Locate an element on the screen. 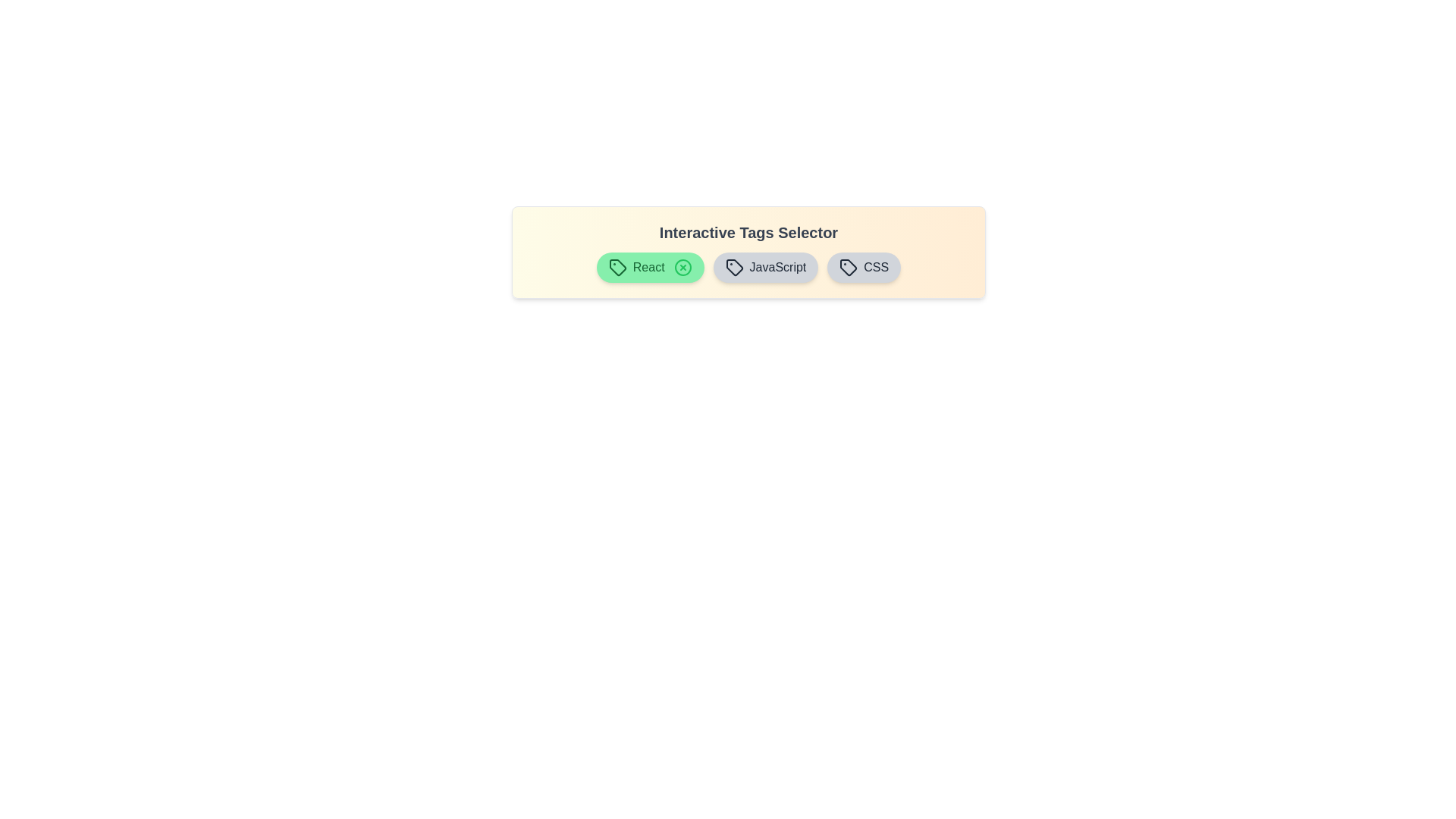 The height and width of the screenshot is (819, 1456). the icon of the React tag is located at coordinates (682, 267).